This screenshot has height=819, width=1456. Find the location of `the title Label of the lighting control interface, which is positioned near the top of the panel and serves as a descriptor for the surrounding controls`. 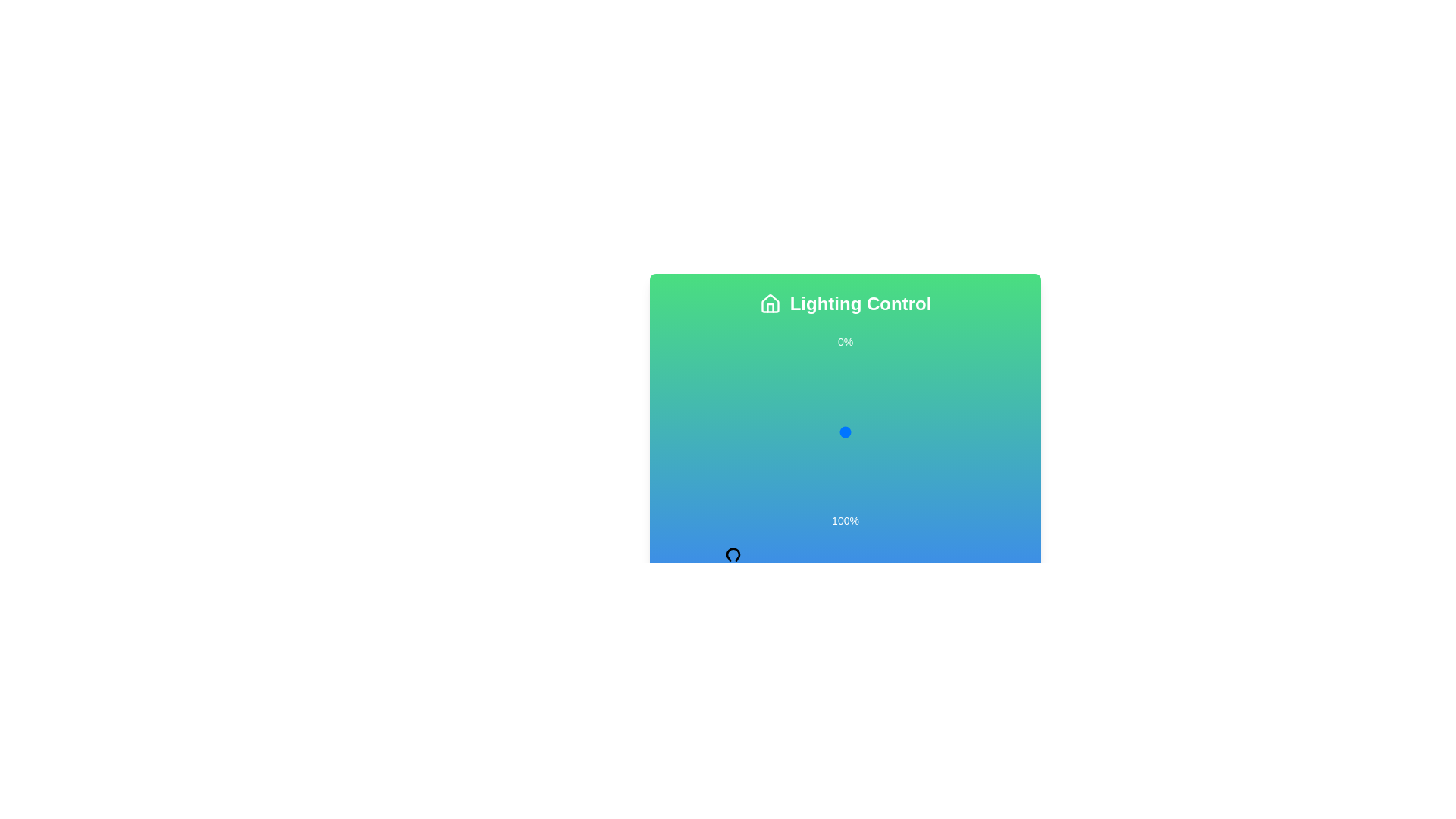

the title Label of the lighting control interface, which is positioned near the top of the panel and serves as a descriptor for the surrounding controls is located at coordinates (844, 304).